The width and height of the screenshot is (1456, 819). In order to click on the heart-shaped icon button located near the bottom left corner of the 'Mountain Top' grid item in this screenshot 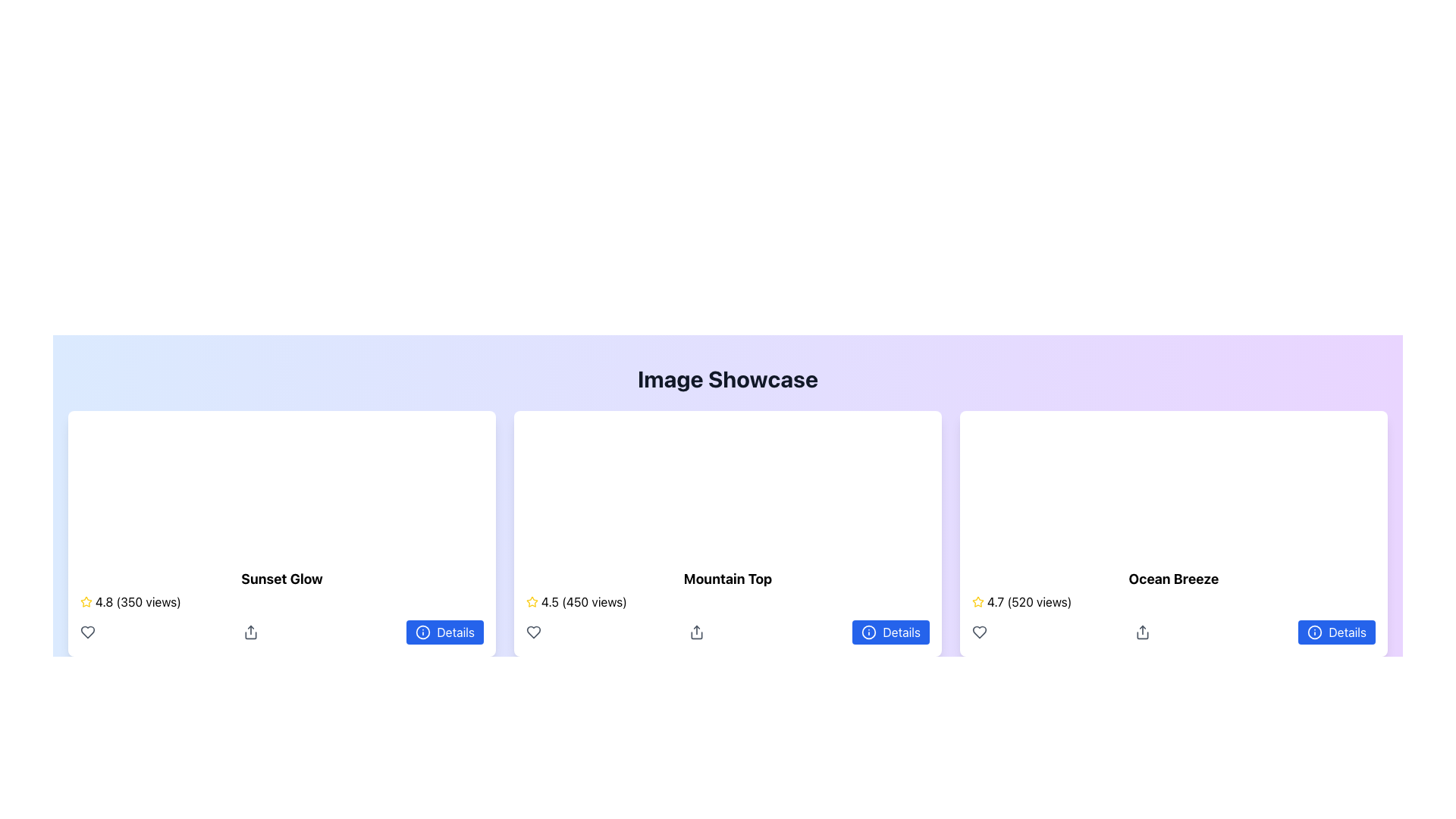, I will do `click(534, 632)`.